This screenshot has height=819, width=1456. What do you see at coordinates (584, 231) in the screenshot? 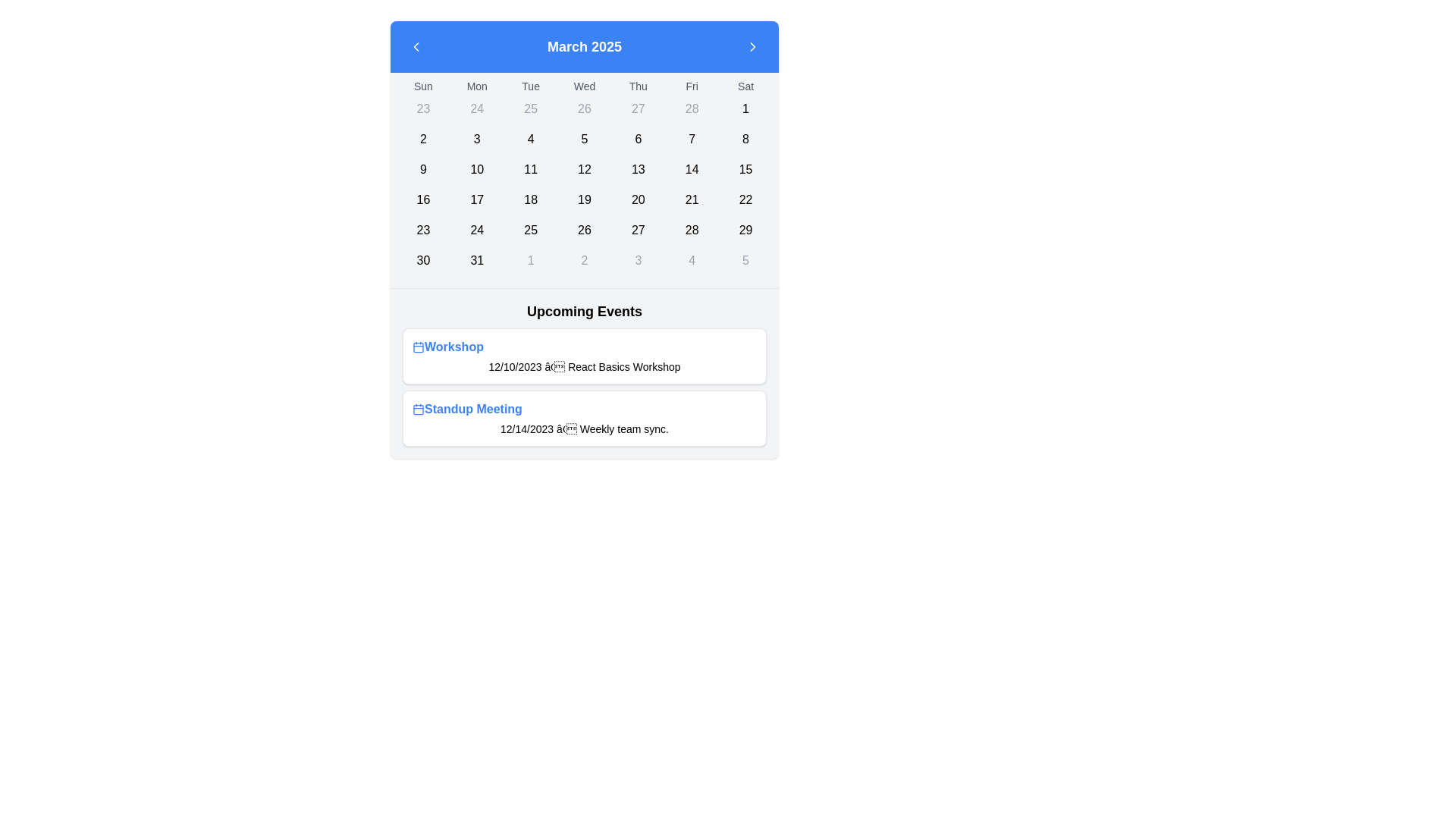
I see `the selectable button for the date '26' in the sixth column of the fourth row on the calendar` at bounding box center [584, 231].